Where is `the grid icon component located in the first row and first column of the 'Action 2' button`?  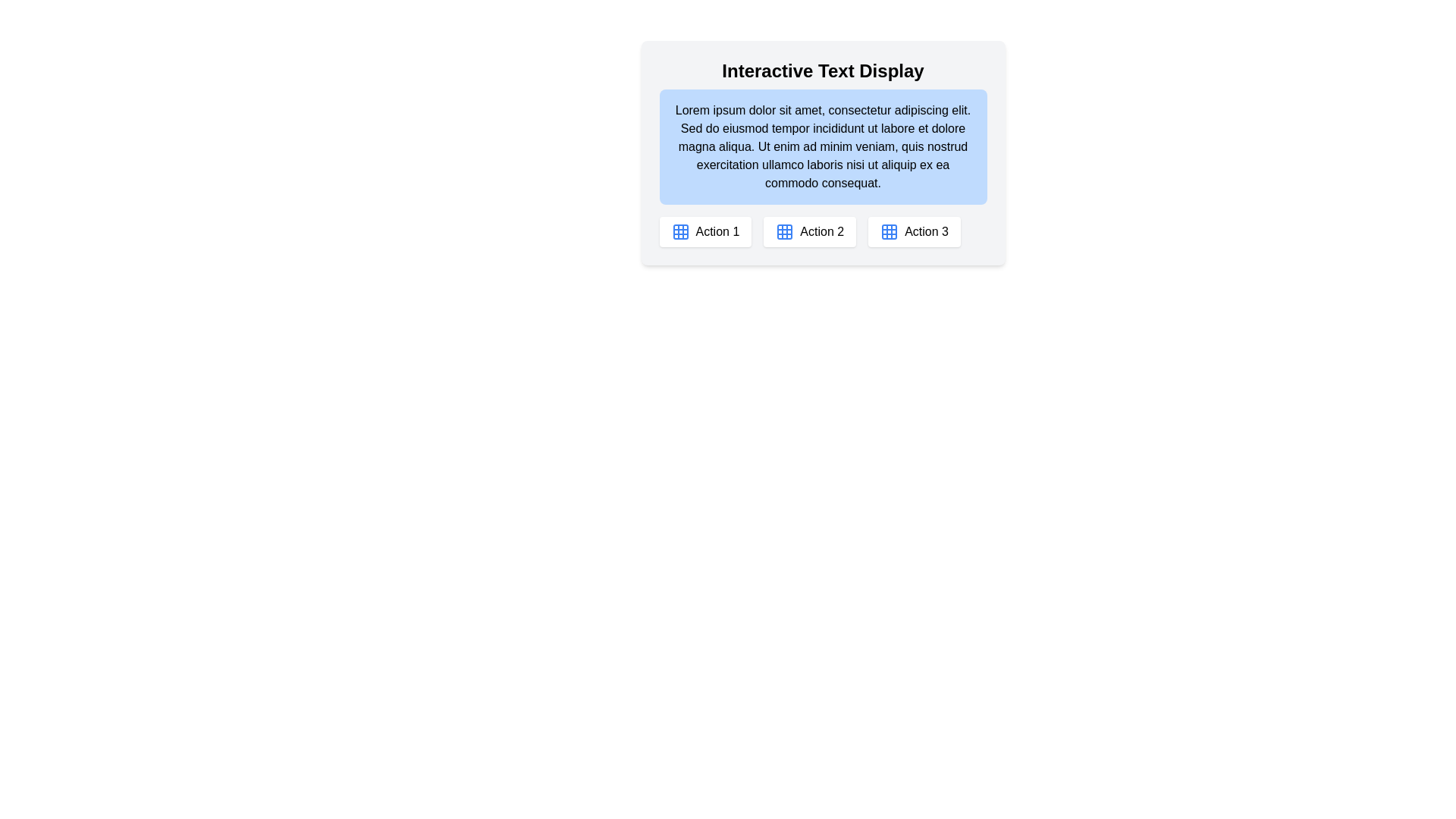
the grid icon component located in the first row and first column of the 'Action 2' button is located at coordinates (785, 231).